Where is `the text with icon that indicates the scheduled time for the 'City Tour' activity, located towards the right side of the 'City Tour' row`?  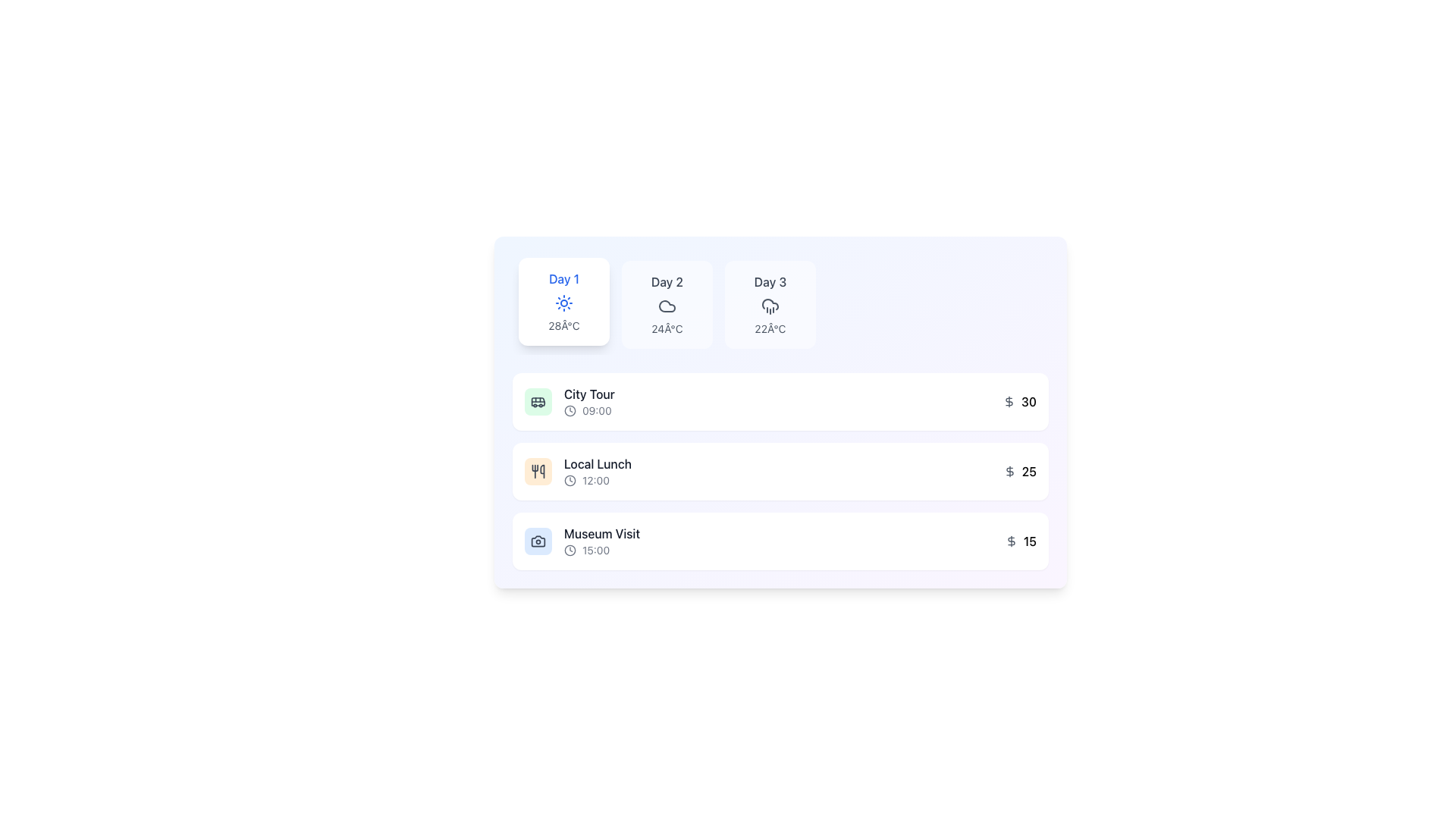
the text with icon that indicates the scheduled time for the 'City Tour' activity, located towards the right side of the 'City Tour' row is located at coordinates (588, 411).